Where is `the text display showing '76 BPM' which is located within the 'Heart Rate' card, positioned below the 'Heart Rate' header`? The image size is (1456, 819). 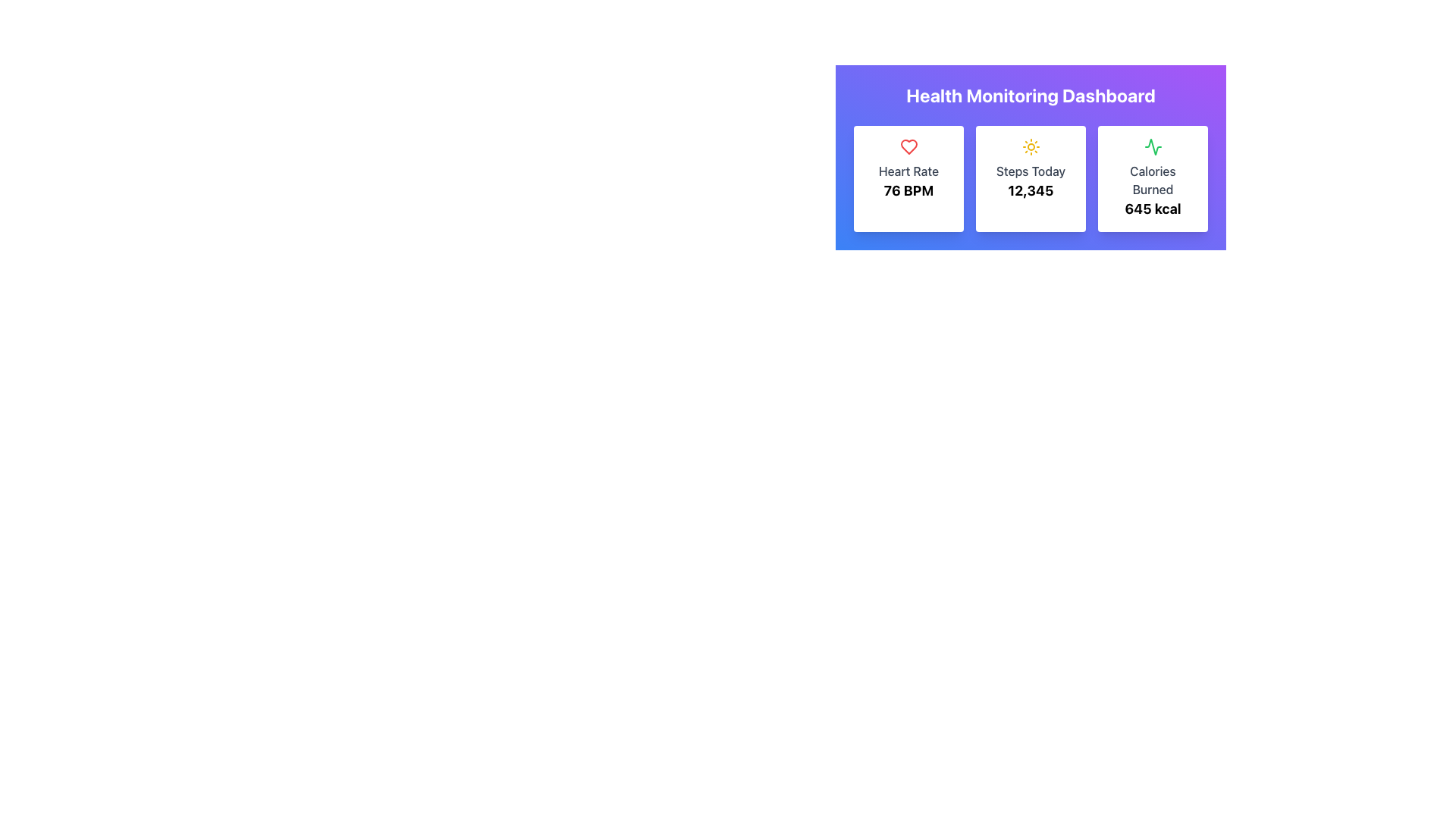
the text display showing '76 BPM' which is located within the 'Heart Rate' card, positioned below the 'Heart Rate' header is located at coordinates (908, 190).